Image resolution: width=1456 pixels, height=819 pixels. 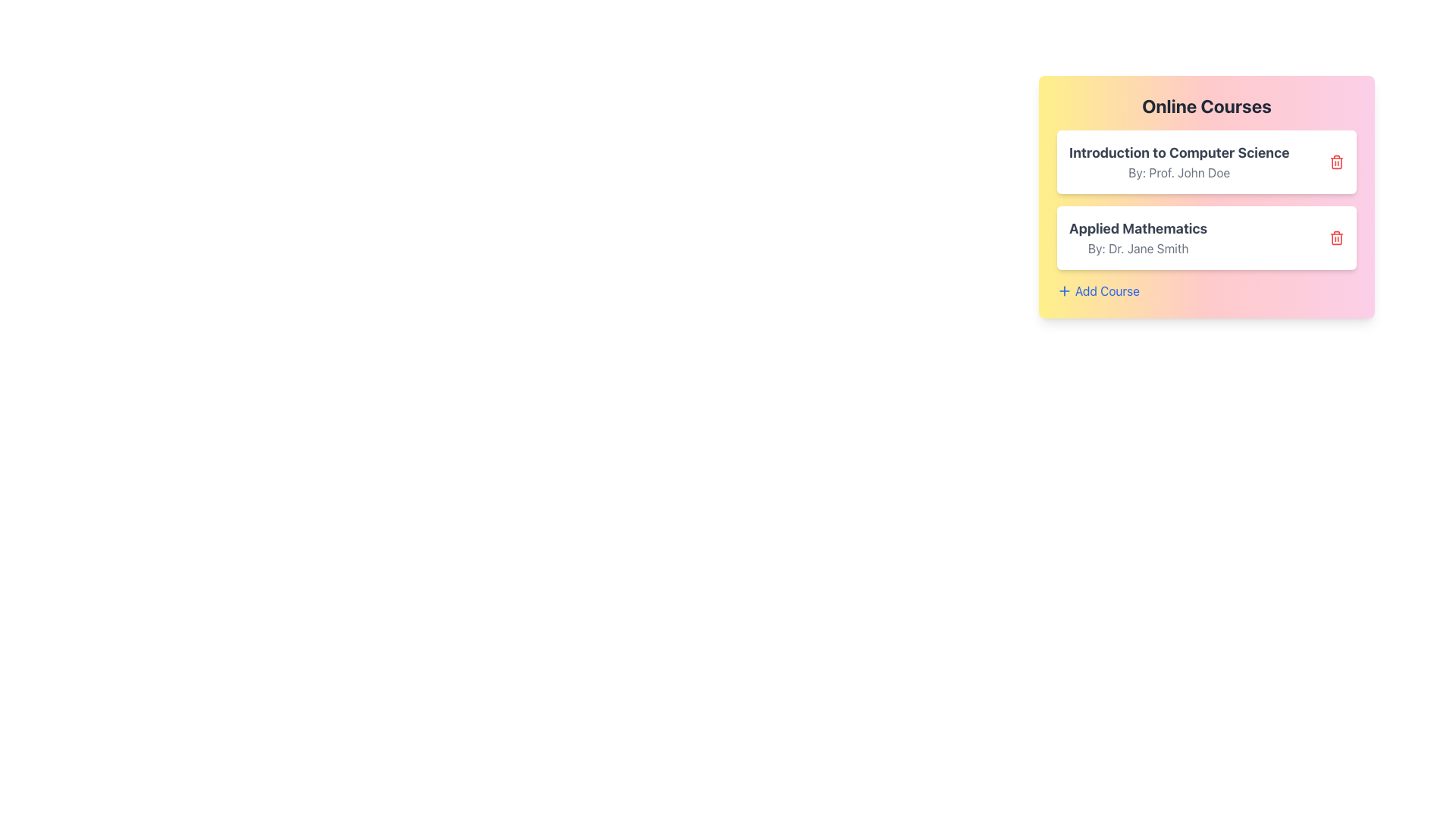 I want to click on the text content displaying 'Introduction to Computer Science' by 'Prof. John Doe' located in the upper part of the list of courses under 'Online Courses', so click(x=1178, y=162).